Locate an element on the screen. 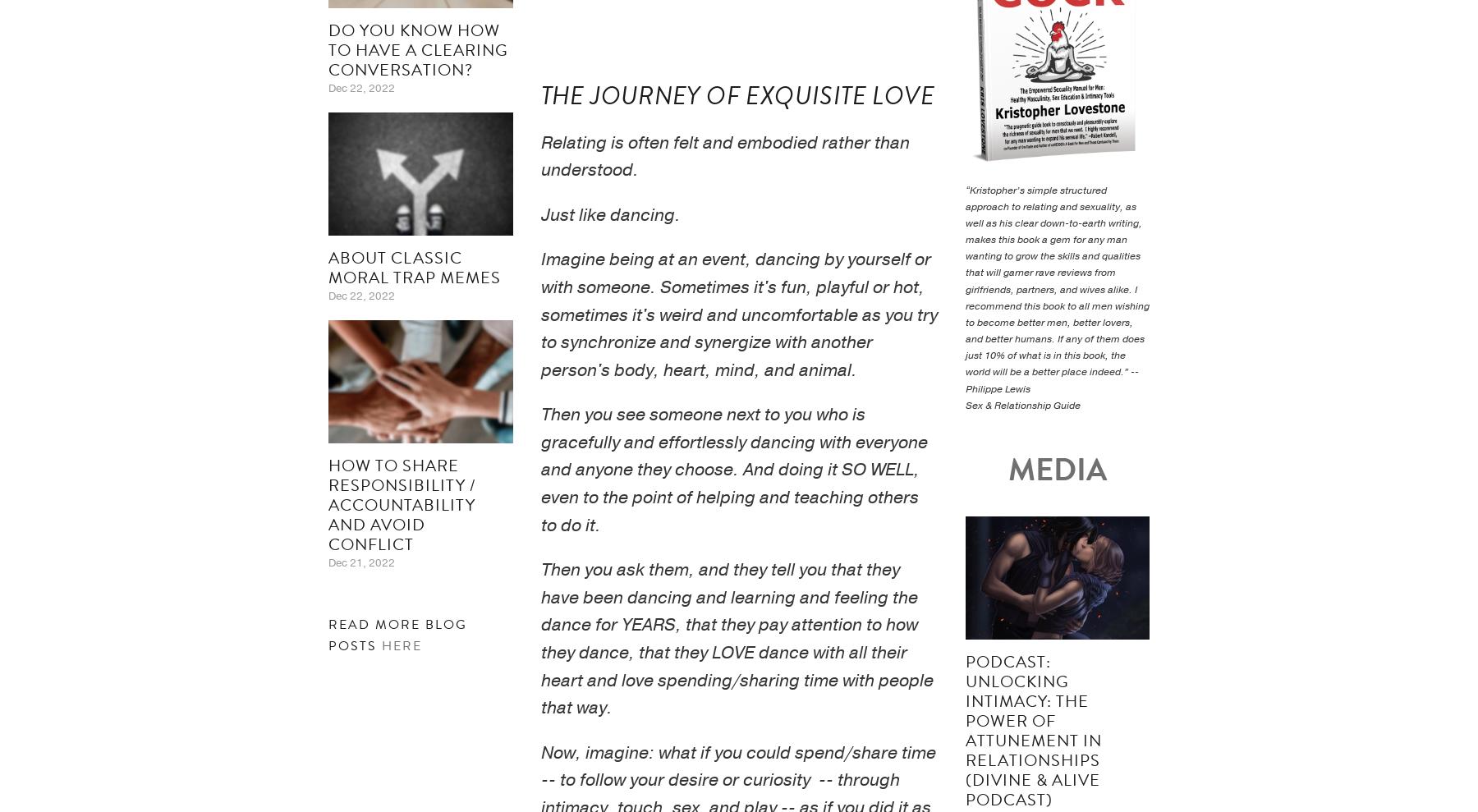  'About Classic Moral Trap Memes' is located at coordinates (414, 267).